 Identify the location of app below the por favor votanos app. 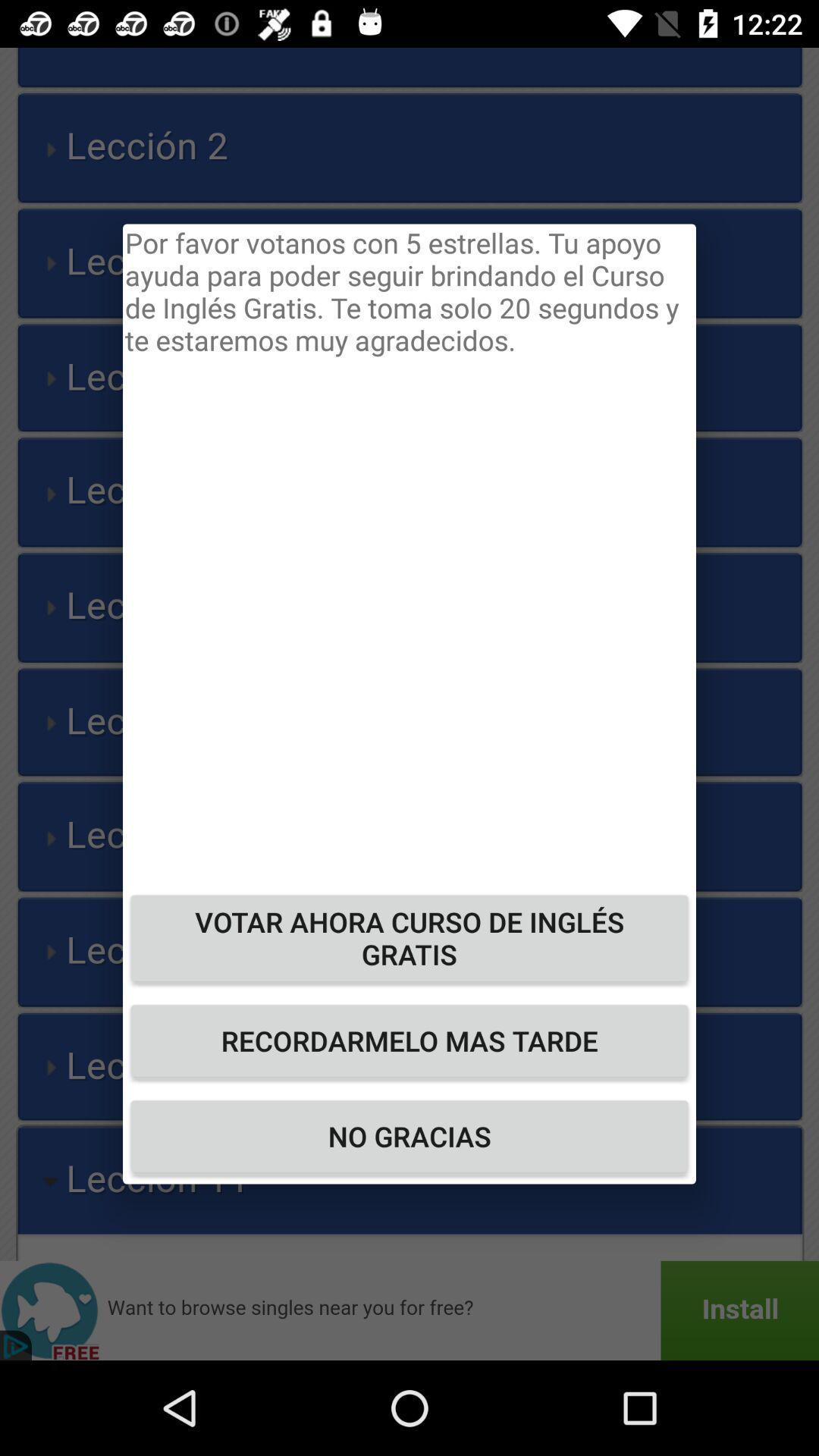
(409, 937).